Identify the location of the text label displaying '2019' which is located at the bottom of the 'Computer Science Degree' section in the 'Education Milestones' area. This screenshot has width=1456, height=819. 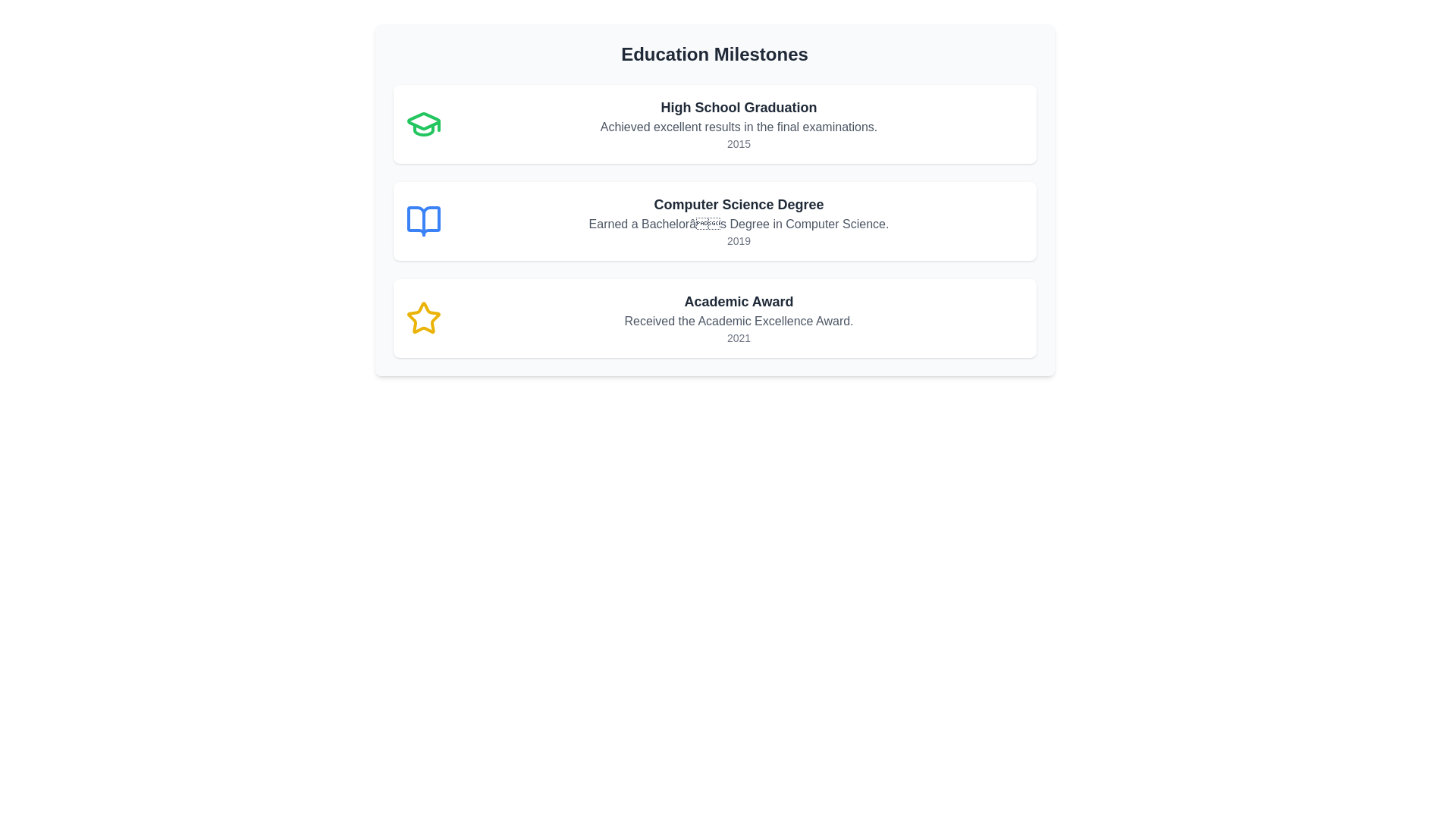
(739, 240).